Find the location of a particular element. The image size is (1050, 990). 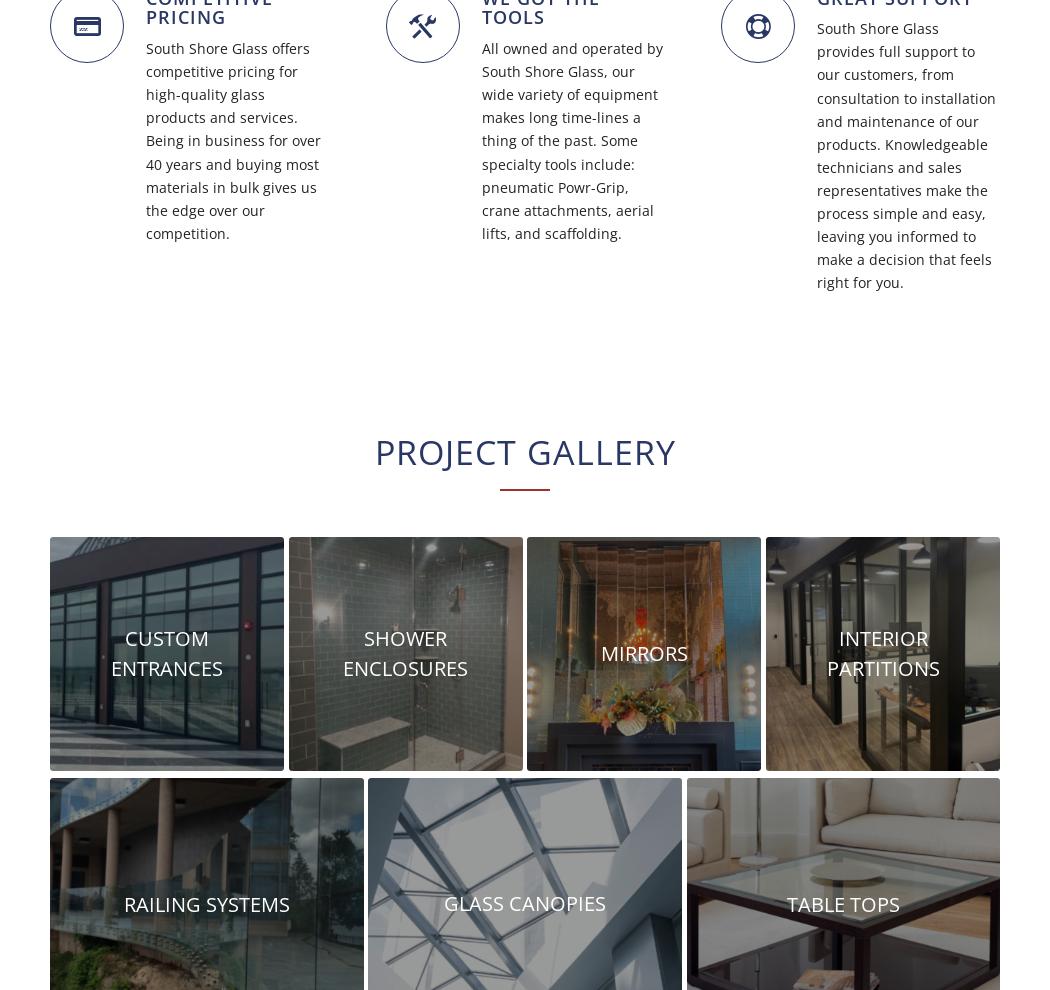

'TABLE TOPS' is located at coordinates (842, 902).